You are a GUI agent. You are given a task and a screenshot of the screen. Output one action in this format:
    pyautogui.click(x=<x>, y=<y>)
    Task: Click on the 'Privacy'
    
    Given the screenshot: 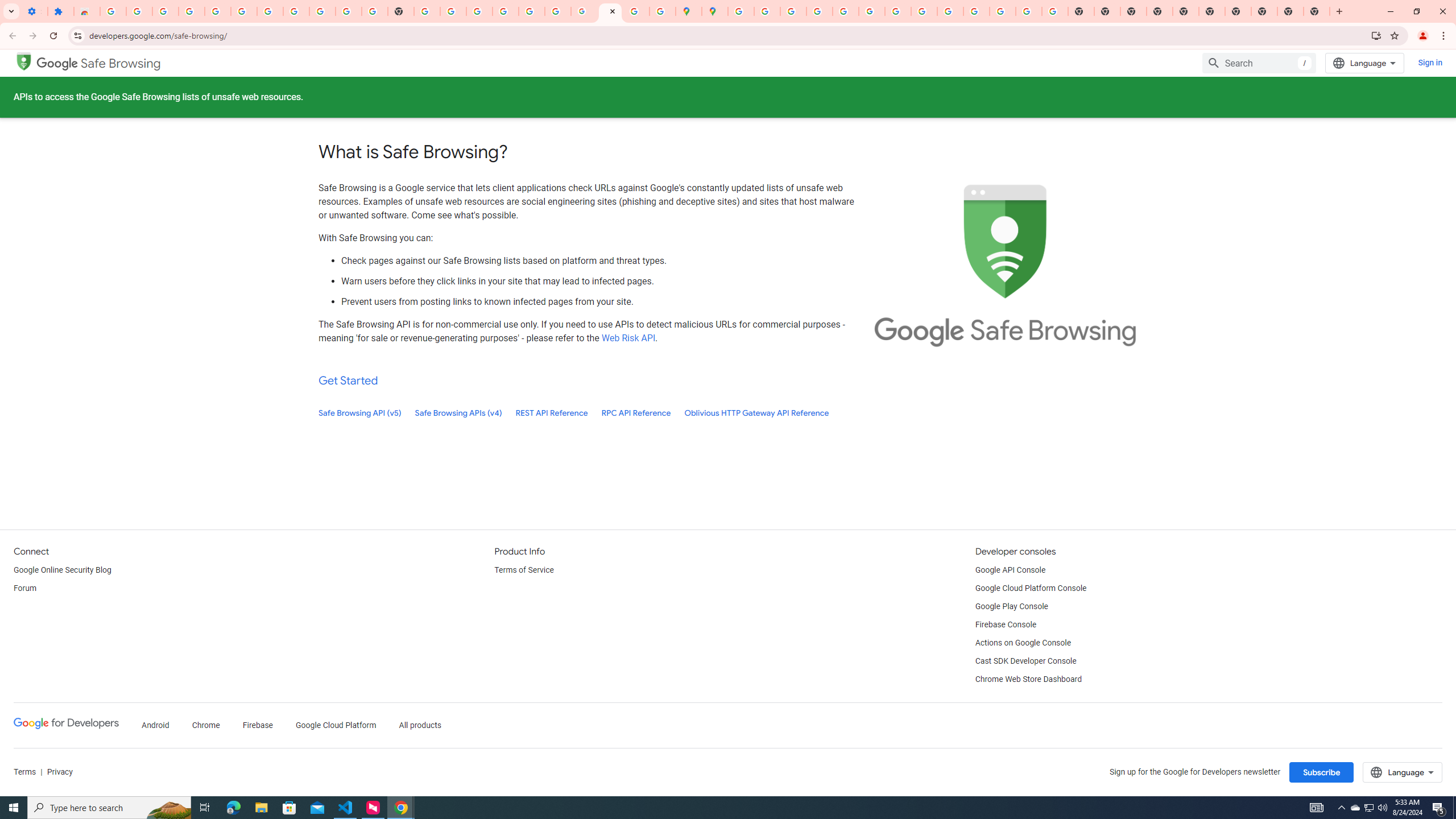 What is the action you would take?
    pyautogui.click(x=59, y=772)
    